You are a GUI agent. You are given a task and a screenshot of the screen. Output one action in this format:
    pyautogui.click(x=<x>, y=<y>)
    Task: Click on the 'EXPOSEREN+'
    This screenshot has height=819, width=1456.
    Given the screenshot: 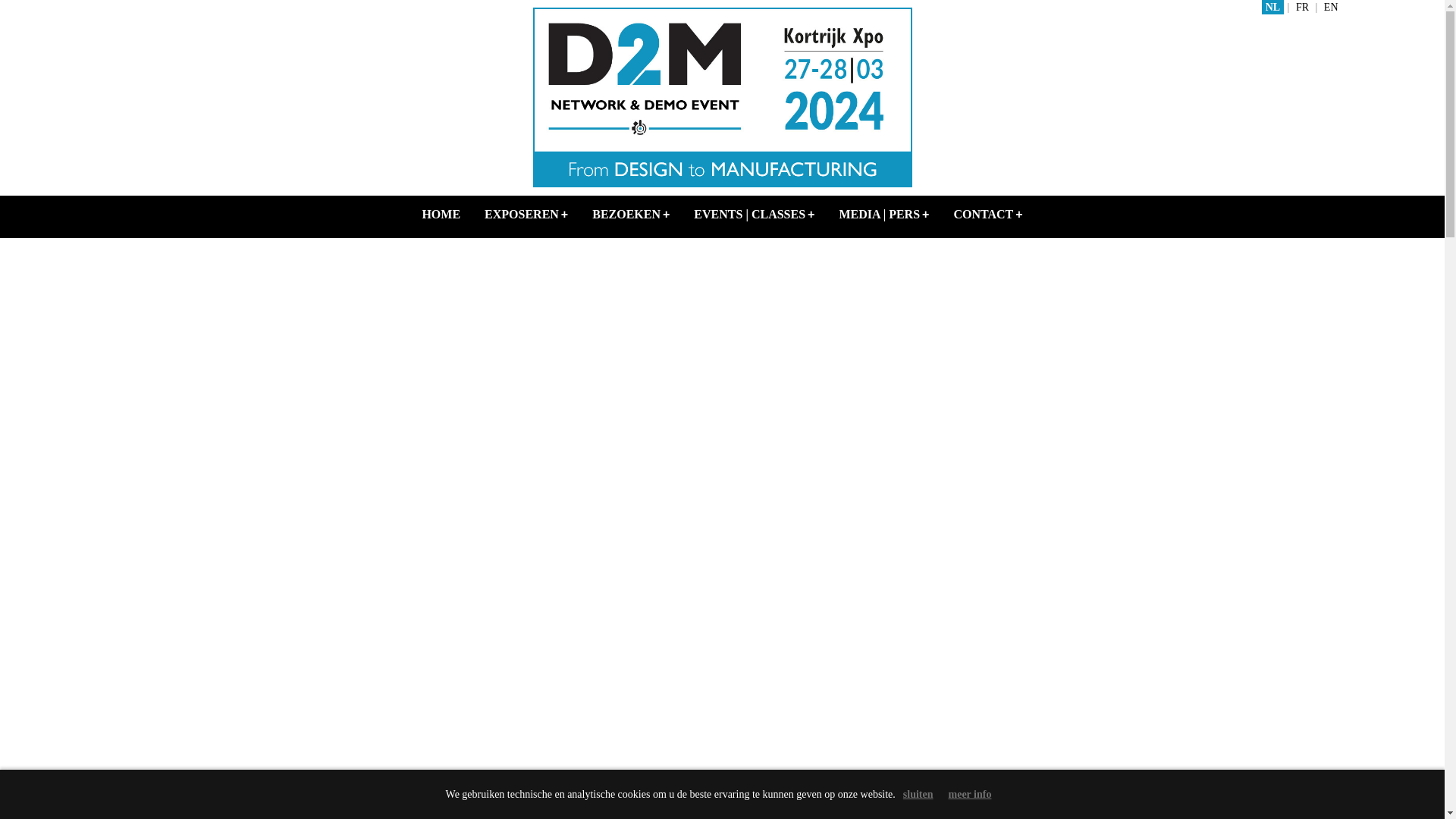 What is the action you would take?
    pyautogui.click(x=526, y=215)
    